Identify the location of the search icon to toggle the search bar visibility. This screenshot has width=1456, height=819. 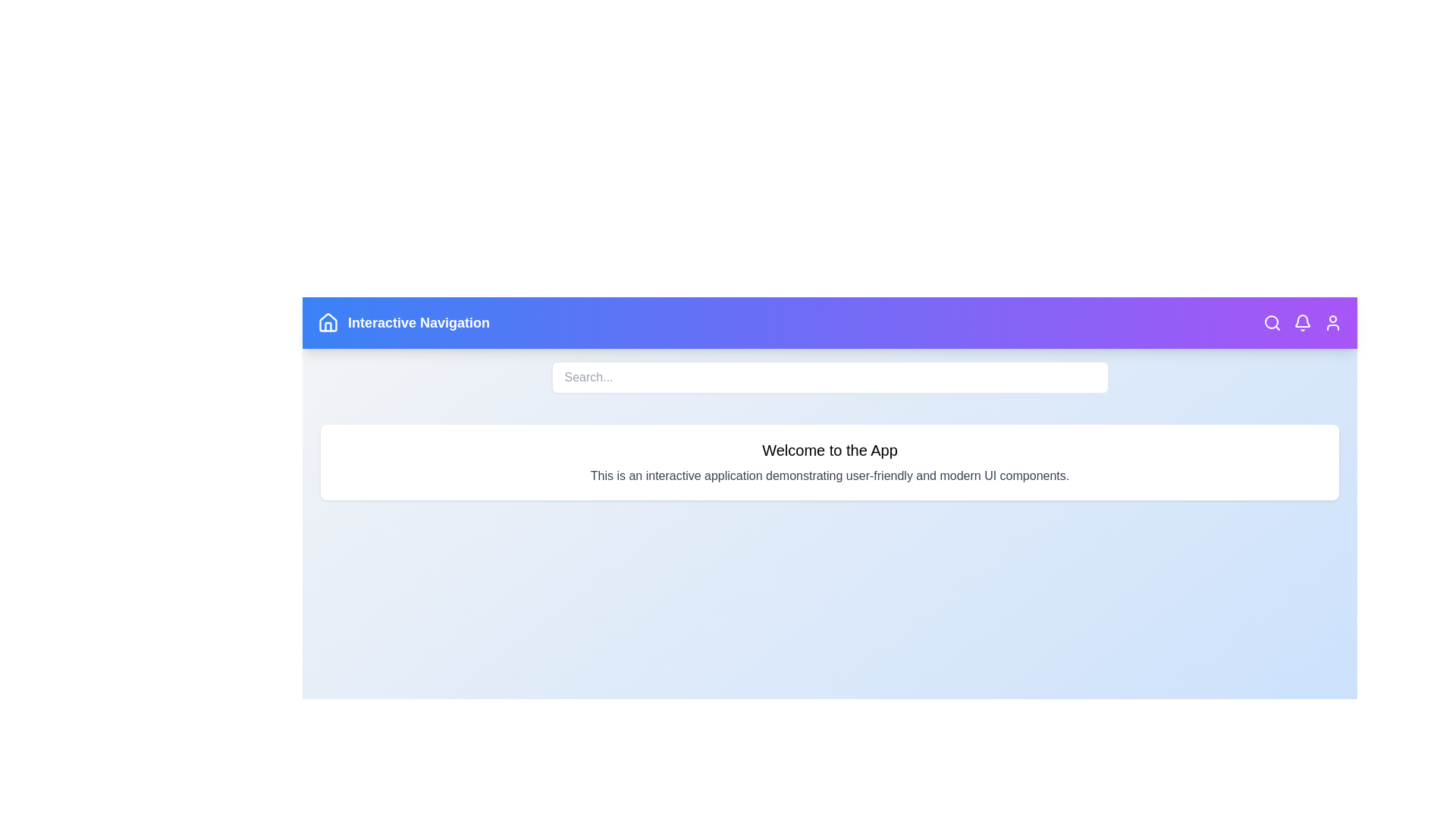
(1272, 322).